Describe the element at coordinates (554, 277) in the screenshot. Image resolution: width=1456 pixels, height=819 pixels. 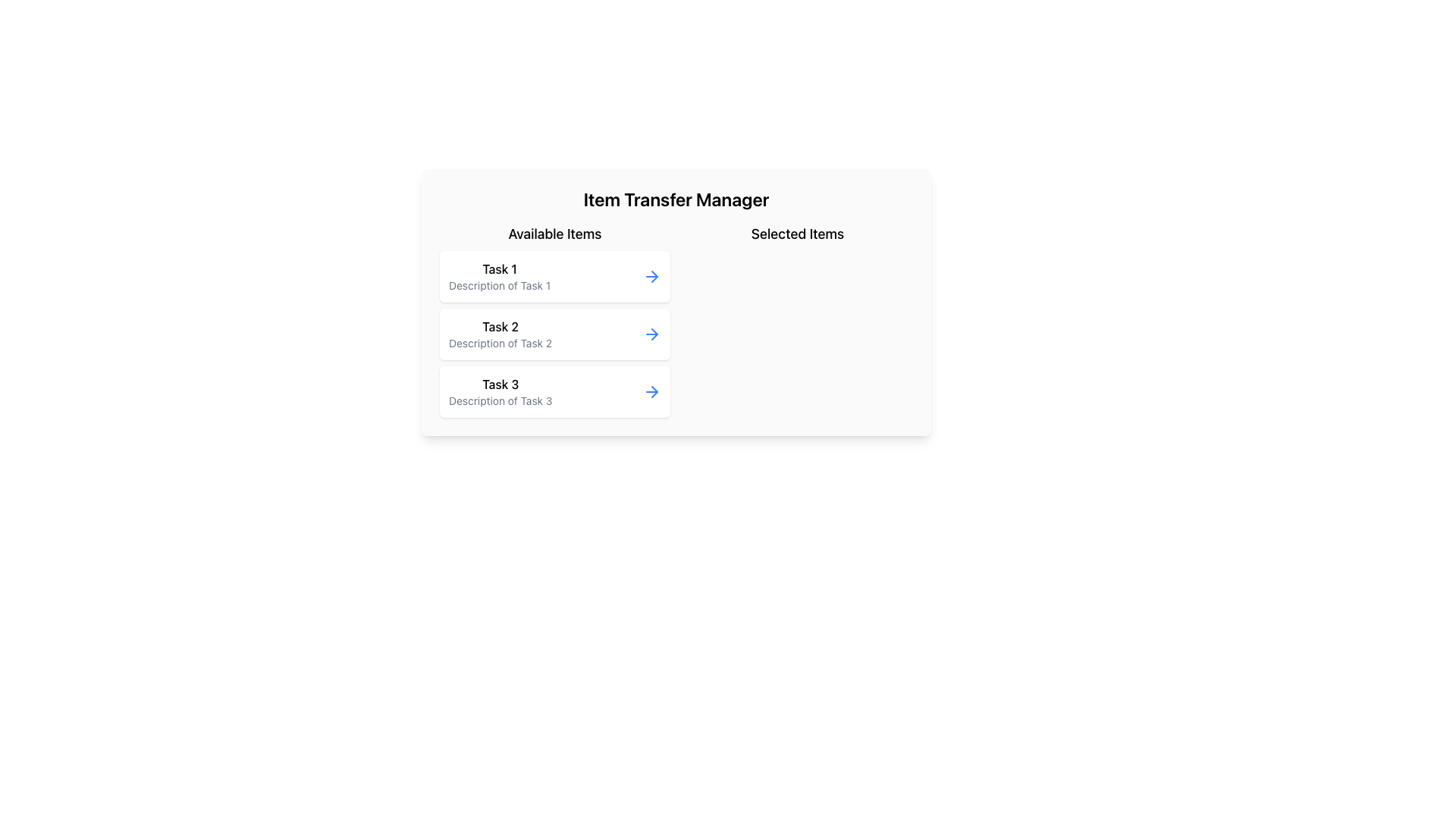
I see `the first list item under 'Available Items' which presents the title and description of a task` at that location.